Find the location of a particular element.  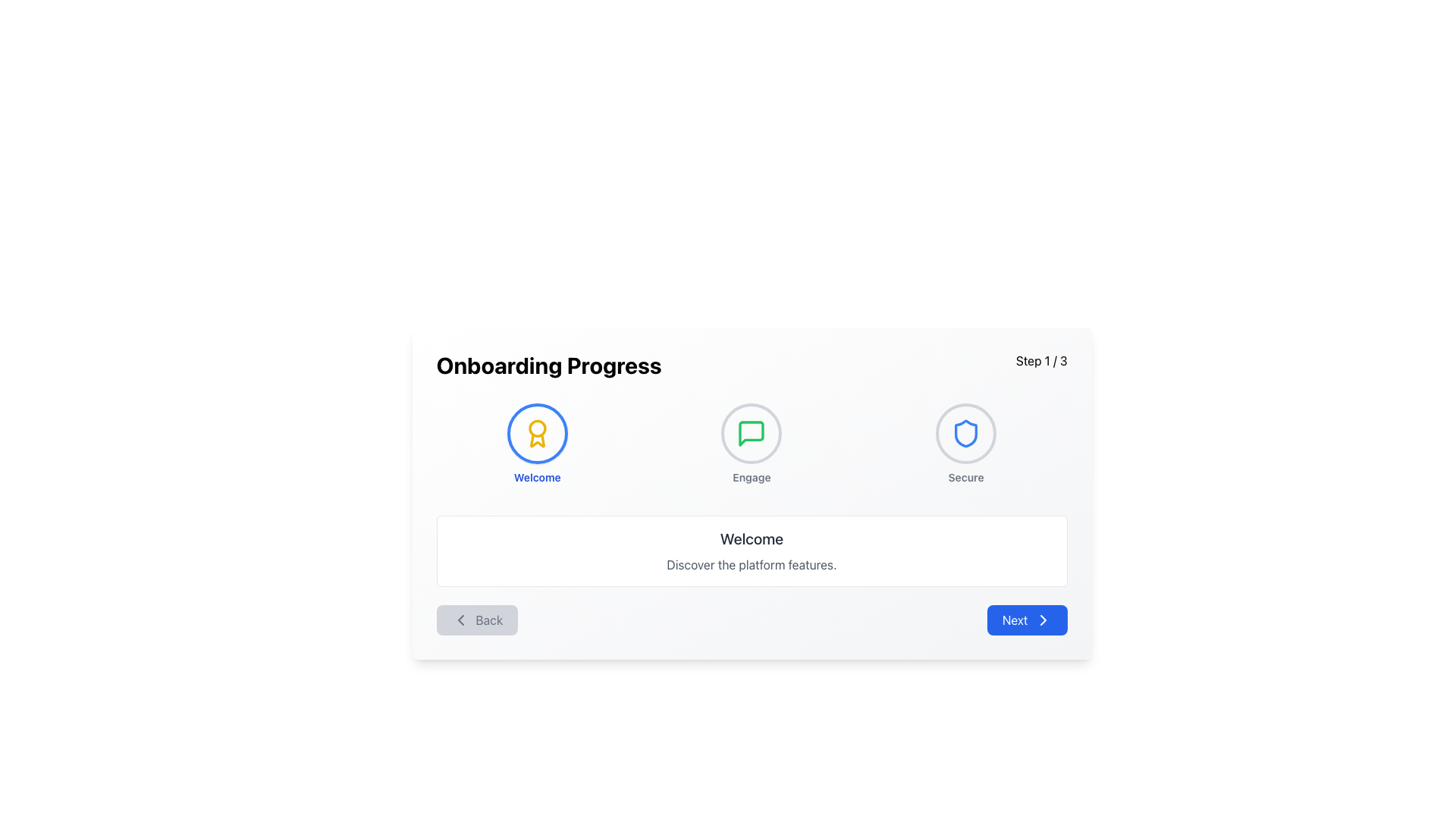

the 'Back' button which contains the chevron SVG icon, located at the bottom left of the interface to invoke the associated action is located at coordinates (460, 620).